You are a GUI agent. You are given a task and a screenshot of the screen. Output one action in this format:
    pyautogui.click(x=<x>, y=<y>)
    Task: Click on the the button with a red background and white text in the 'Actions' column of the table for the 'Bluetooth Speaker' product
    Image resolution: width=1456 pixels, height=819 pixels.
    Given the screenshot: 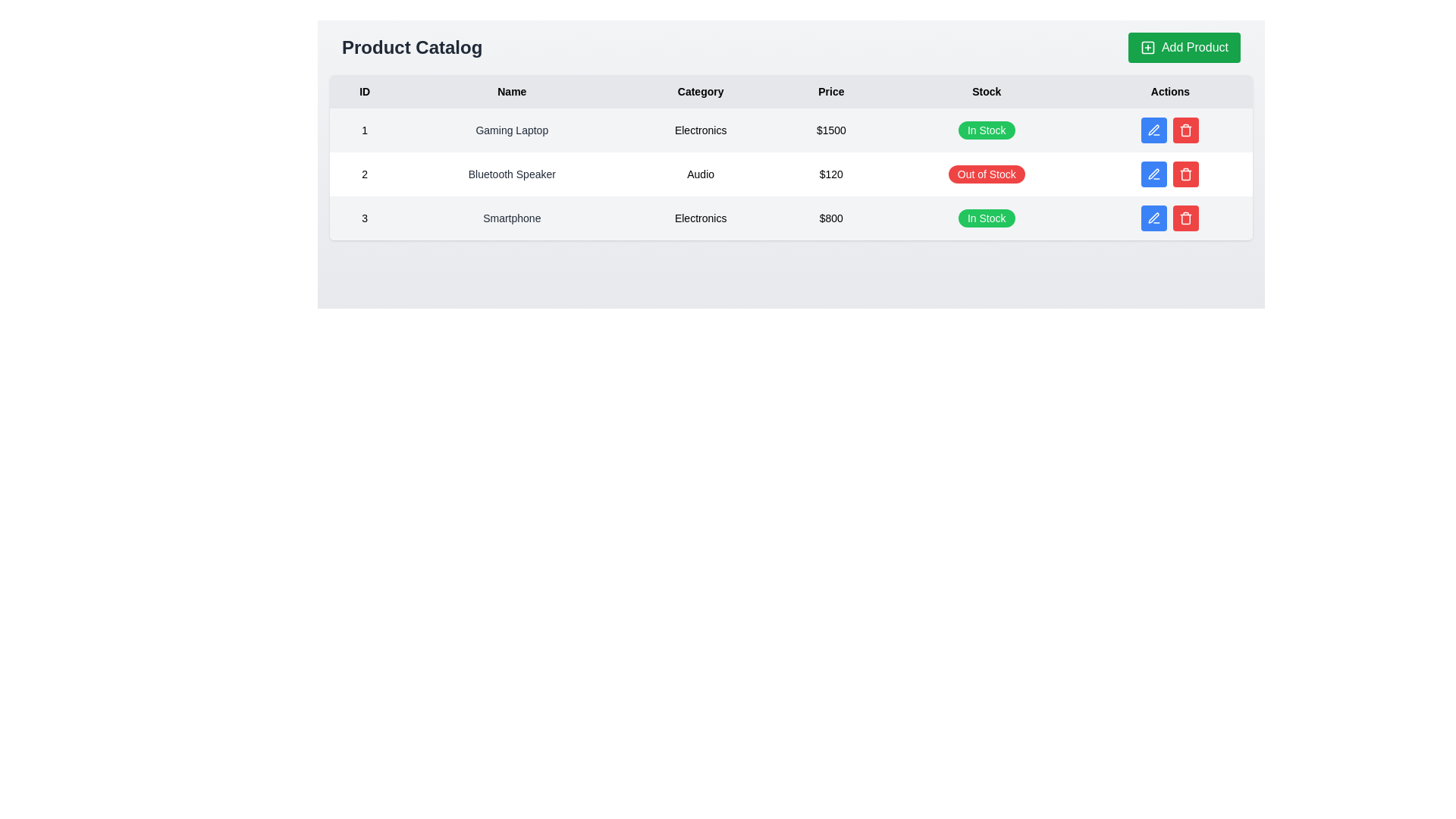 What is the action you would take?
    pyautogui.click(x=1185, y=174)
    